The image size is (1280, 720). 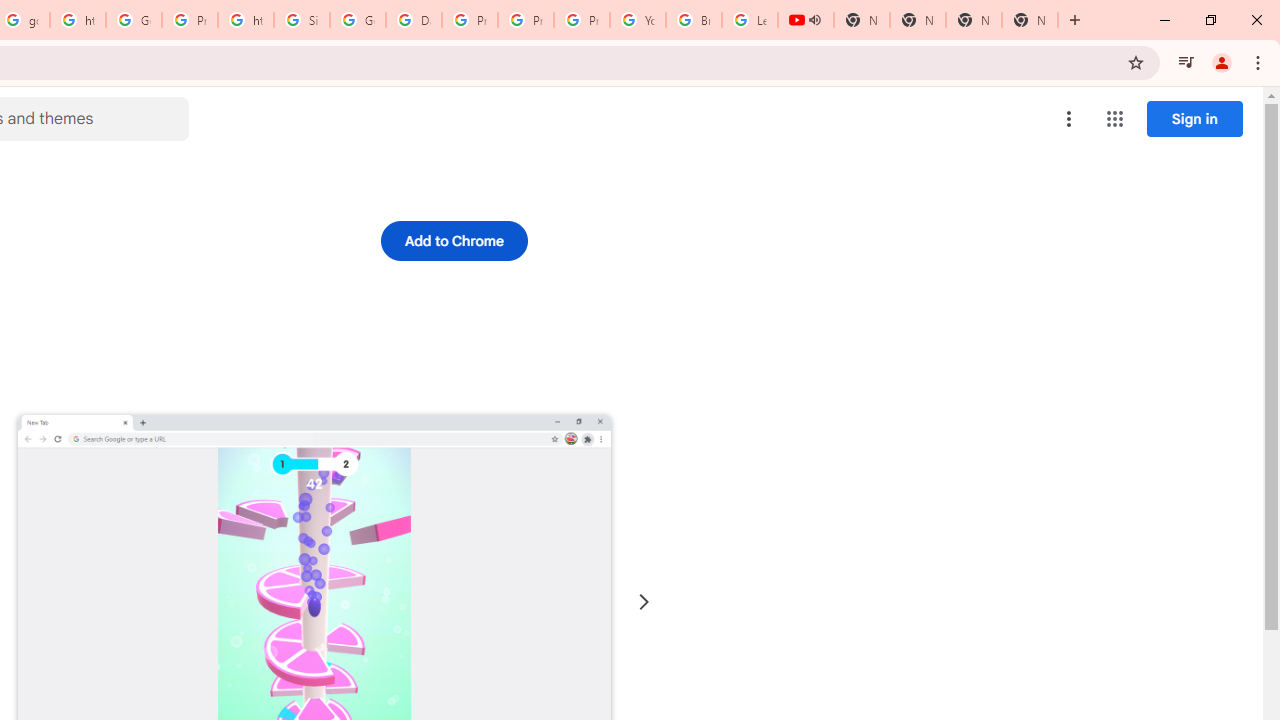 I want to click on 'New Tab', so click(x=1030, y=20).